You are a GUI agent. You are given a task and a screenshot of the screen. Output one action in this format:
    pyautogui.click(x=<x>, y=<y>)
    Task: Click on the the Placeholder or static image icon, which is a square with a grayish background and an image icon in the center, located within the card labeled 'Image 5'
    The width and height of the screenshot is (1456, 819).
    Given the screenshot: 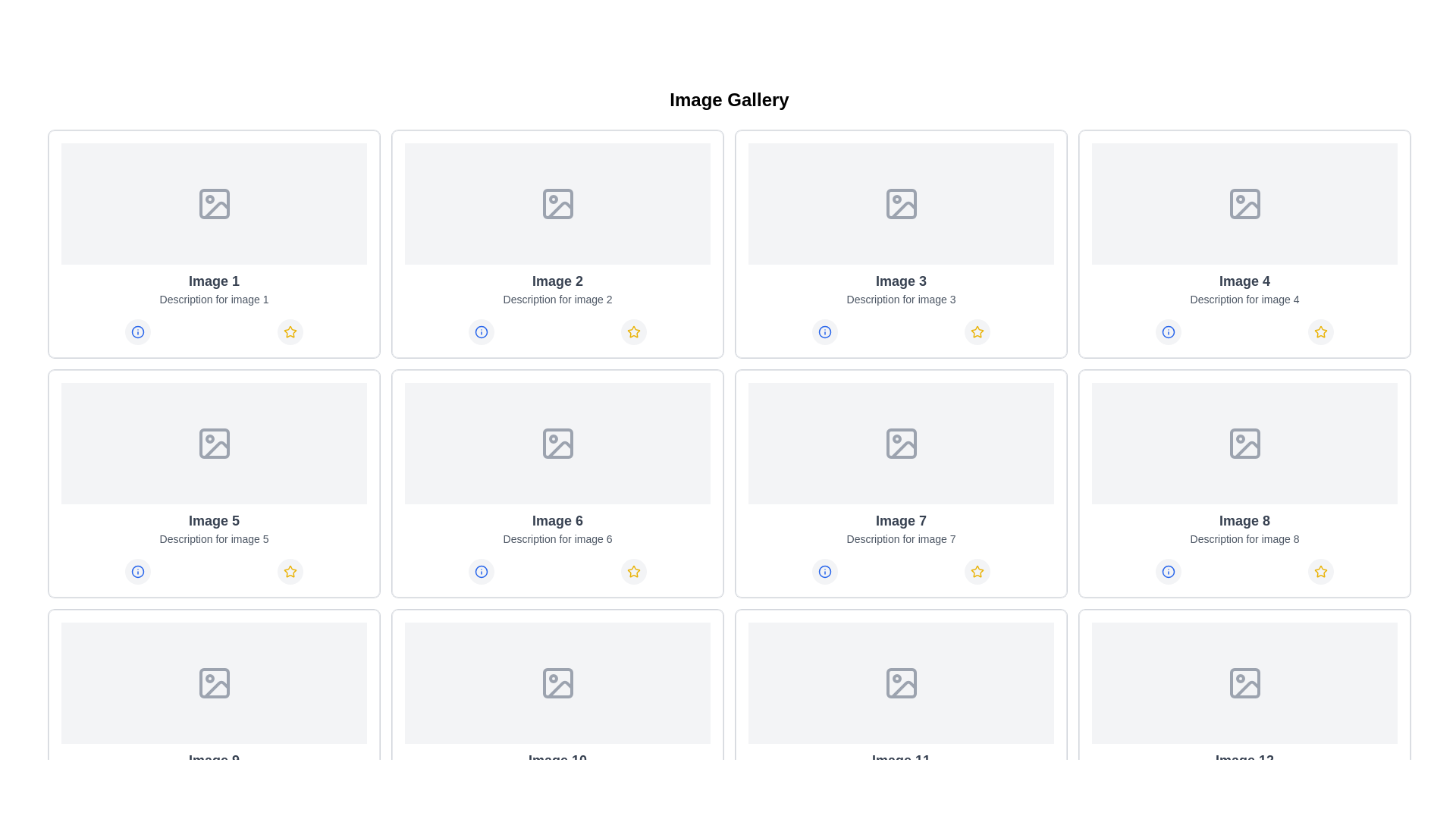 What is the action you would take?
    pyautogui.click(x=213, y=444)
    